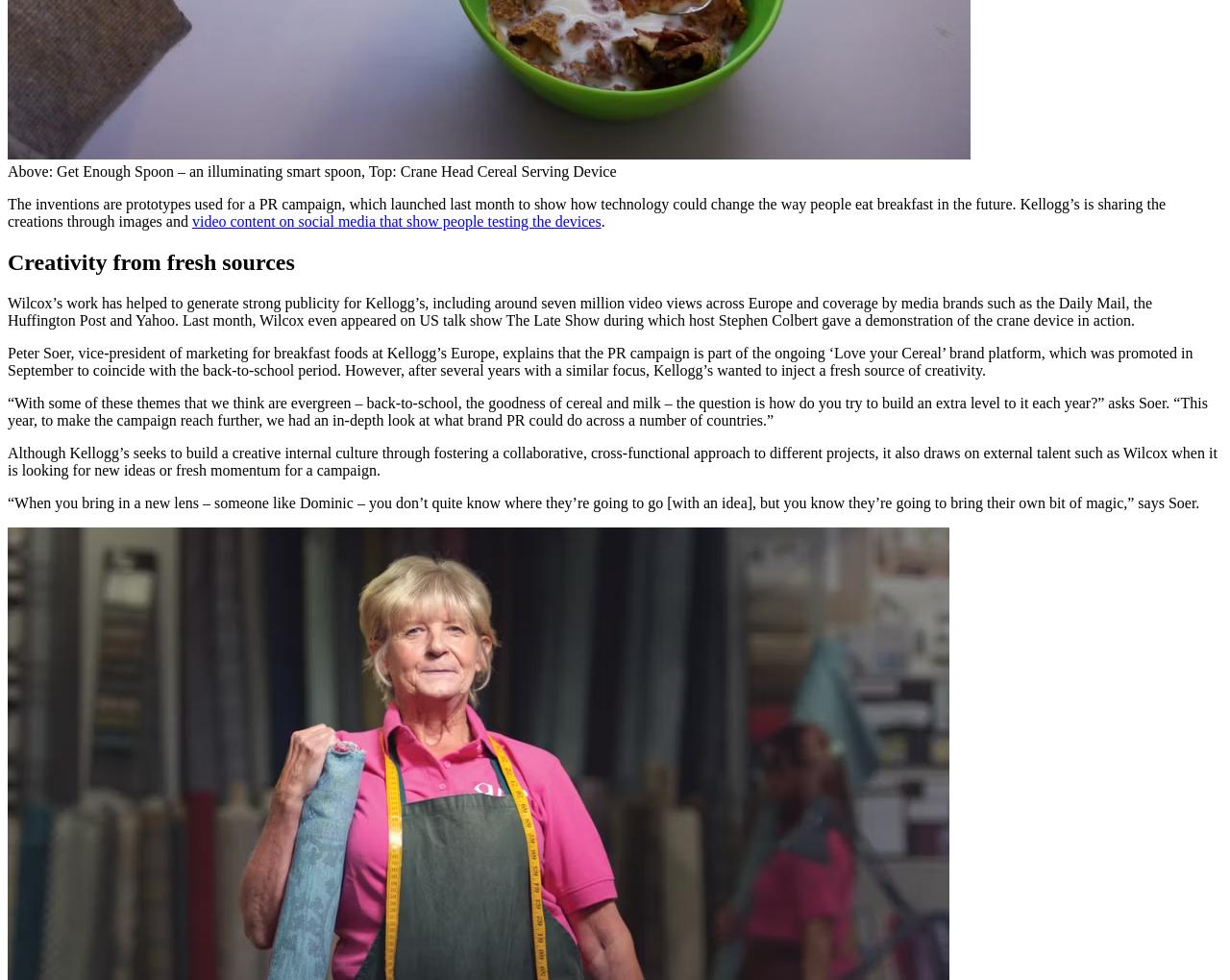 Image resolution: width=1230 pixels, height=980 pixels. I want to click on 'Creativity from fresh sources', so click(150, 260).